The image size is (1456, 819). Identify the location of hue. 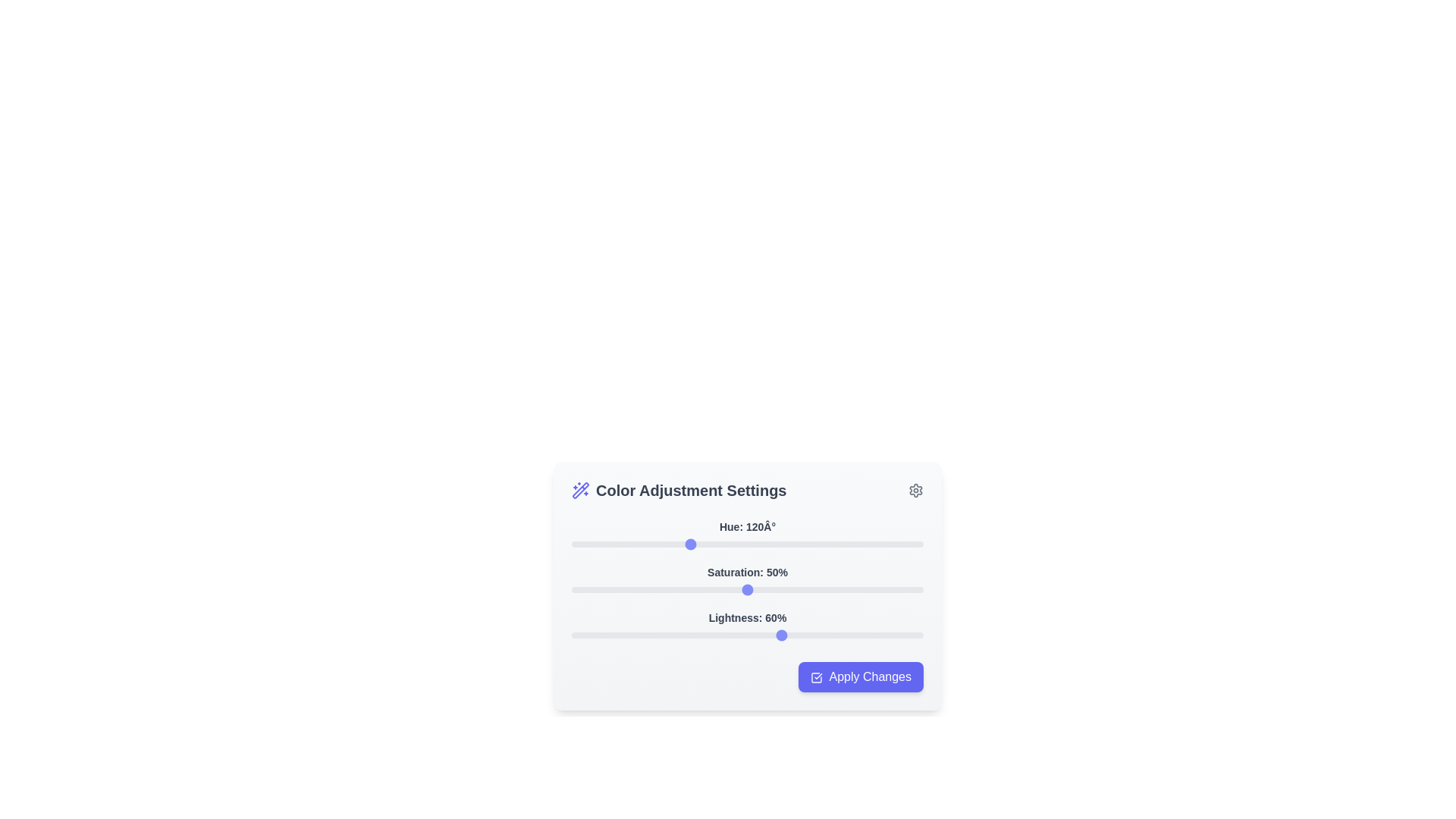
(870, 543).